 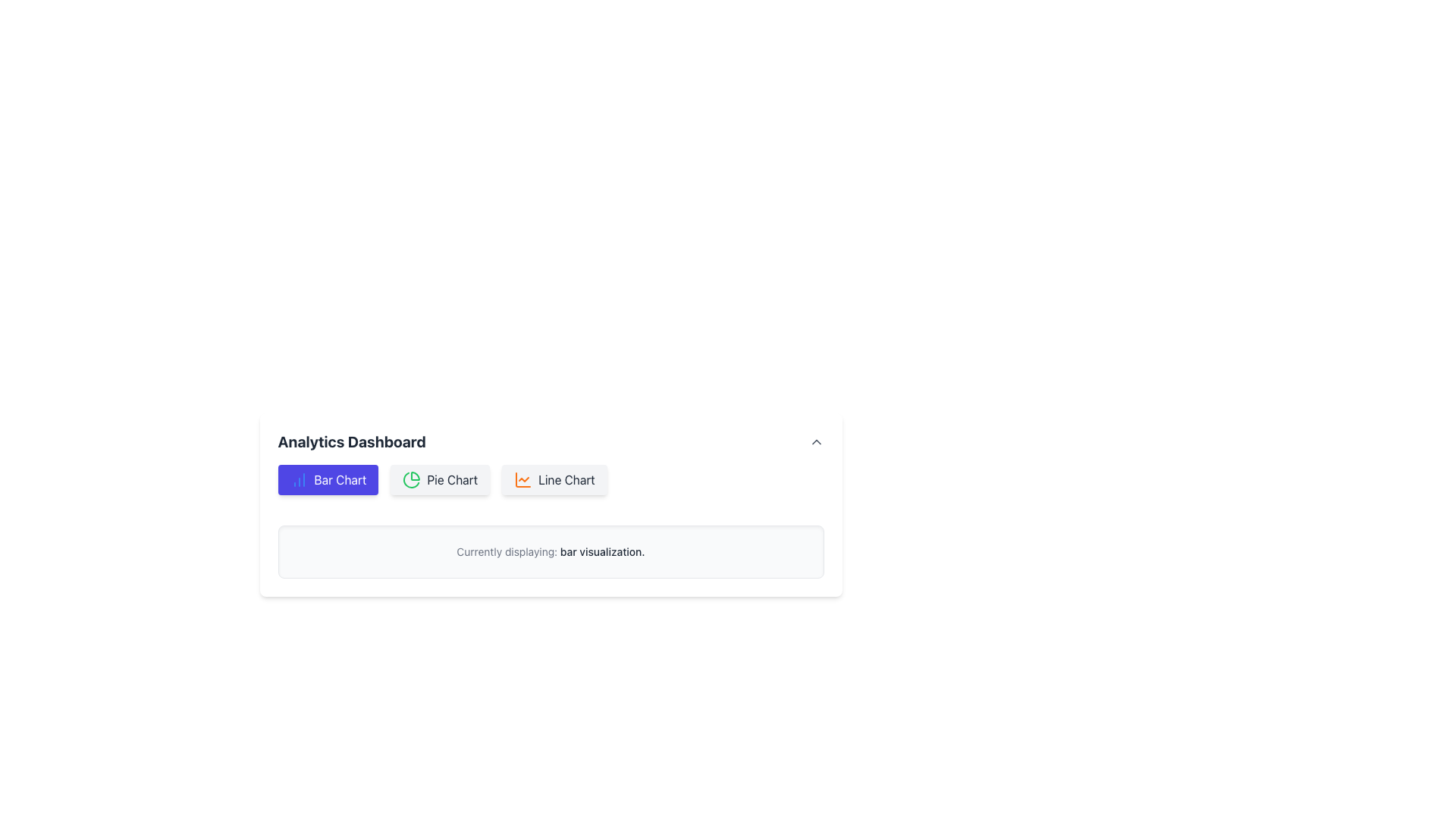 What do you see at coordinates (550, 552) in the screenshot?
I see `the informational text label that displays the currently selected visualization type, located below the chart type buttons` at bounding box center [550, 552].